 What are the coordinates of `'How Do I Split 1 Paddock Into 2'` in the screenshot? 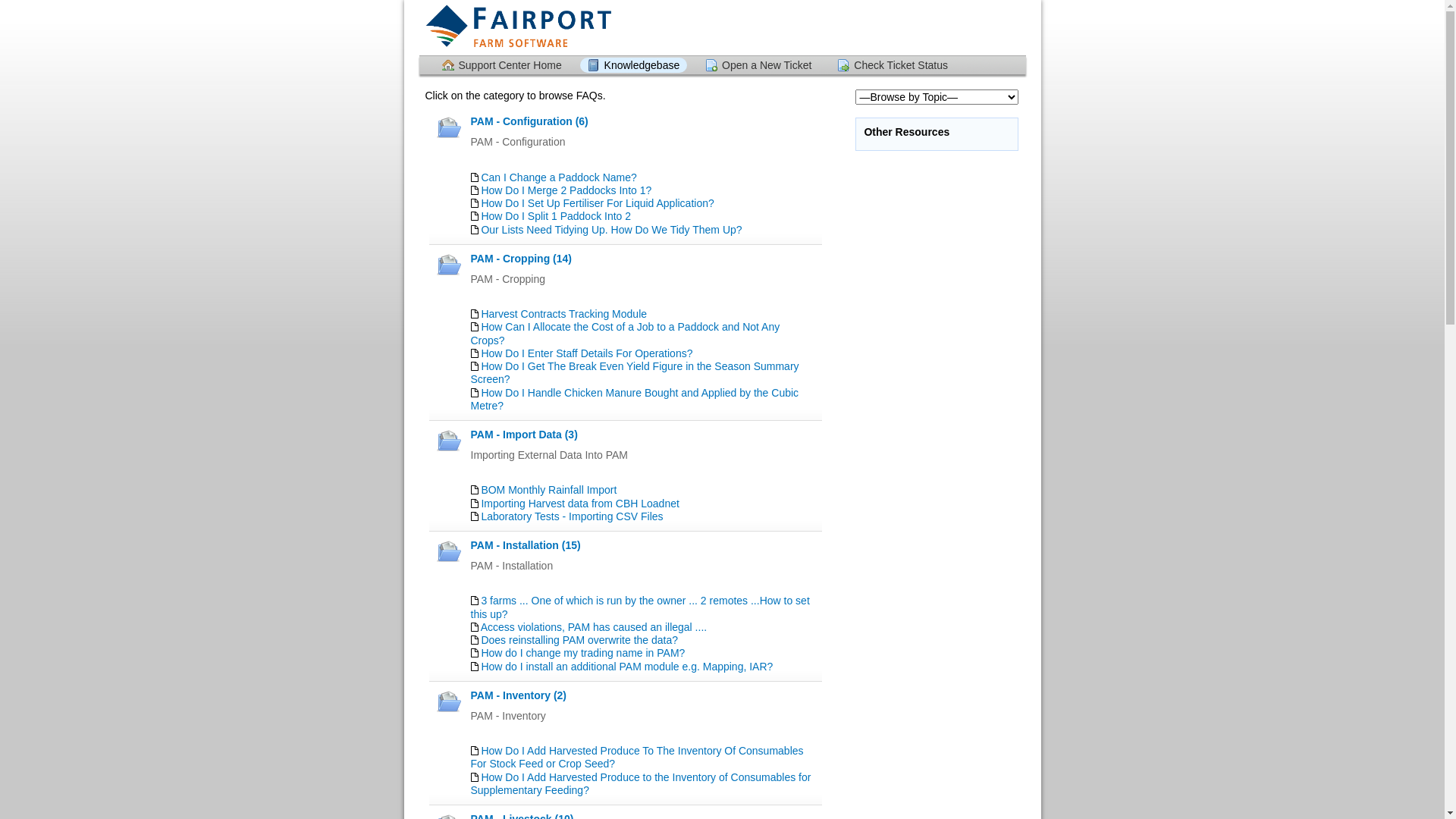 It's located at (555, 216).